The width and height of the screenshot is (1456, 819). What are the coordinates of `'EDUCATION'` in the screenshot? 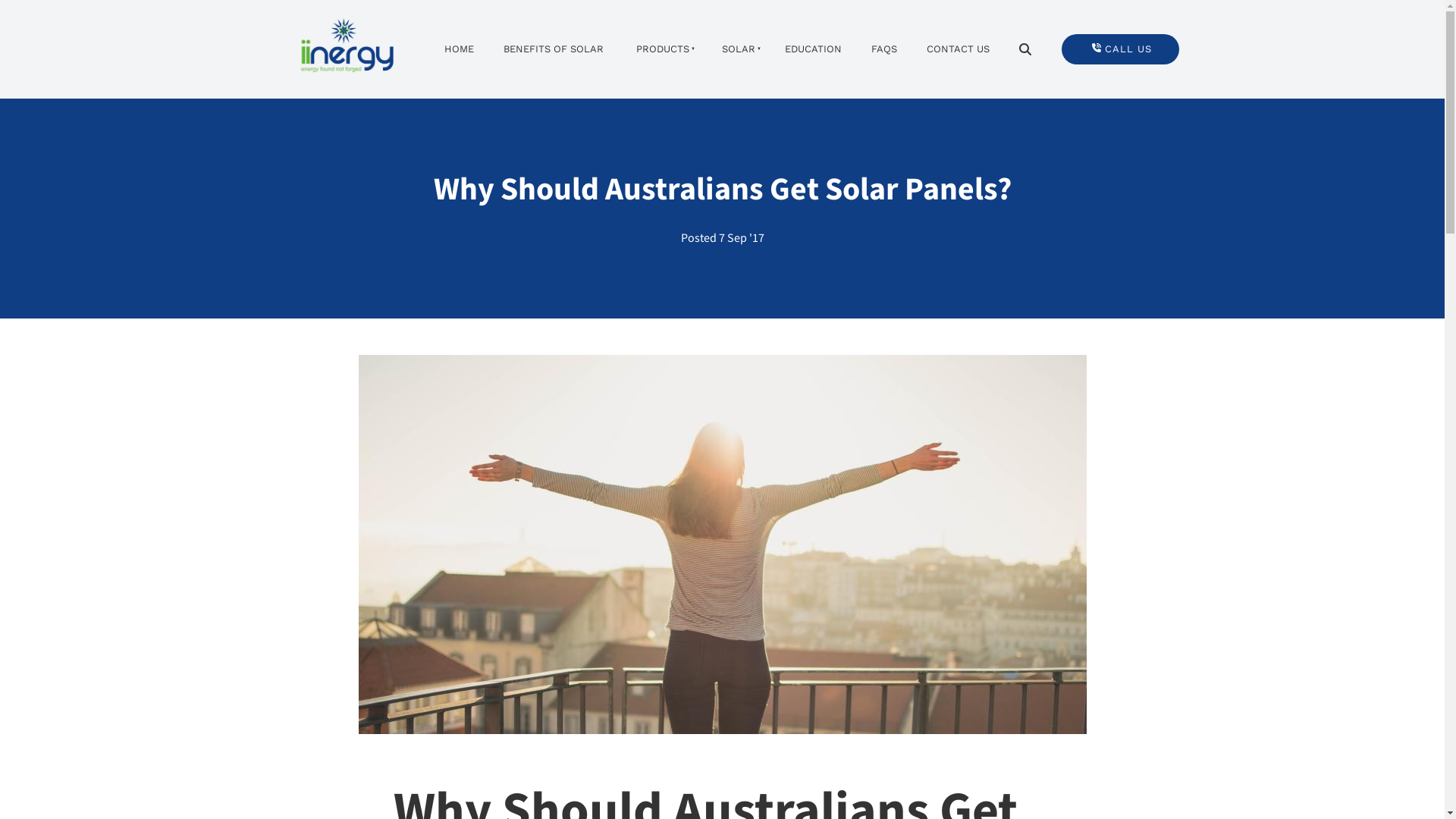 It's located at (813, 49).